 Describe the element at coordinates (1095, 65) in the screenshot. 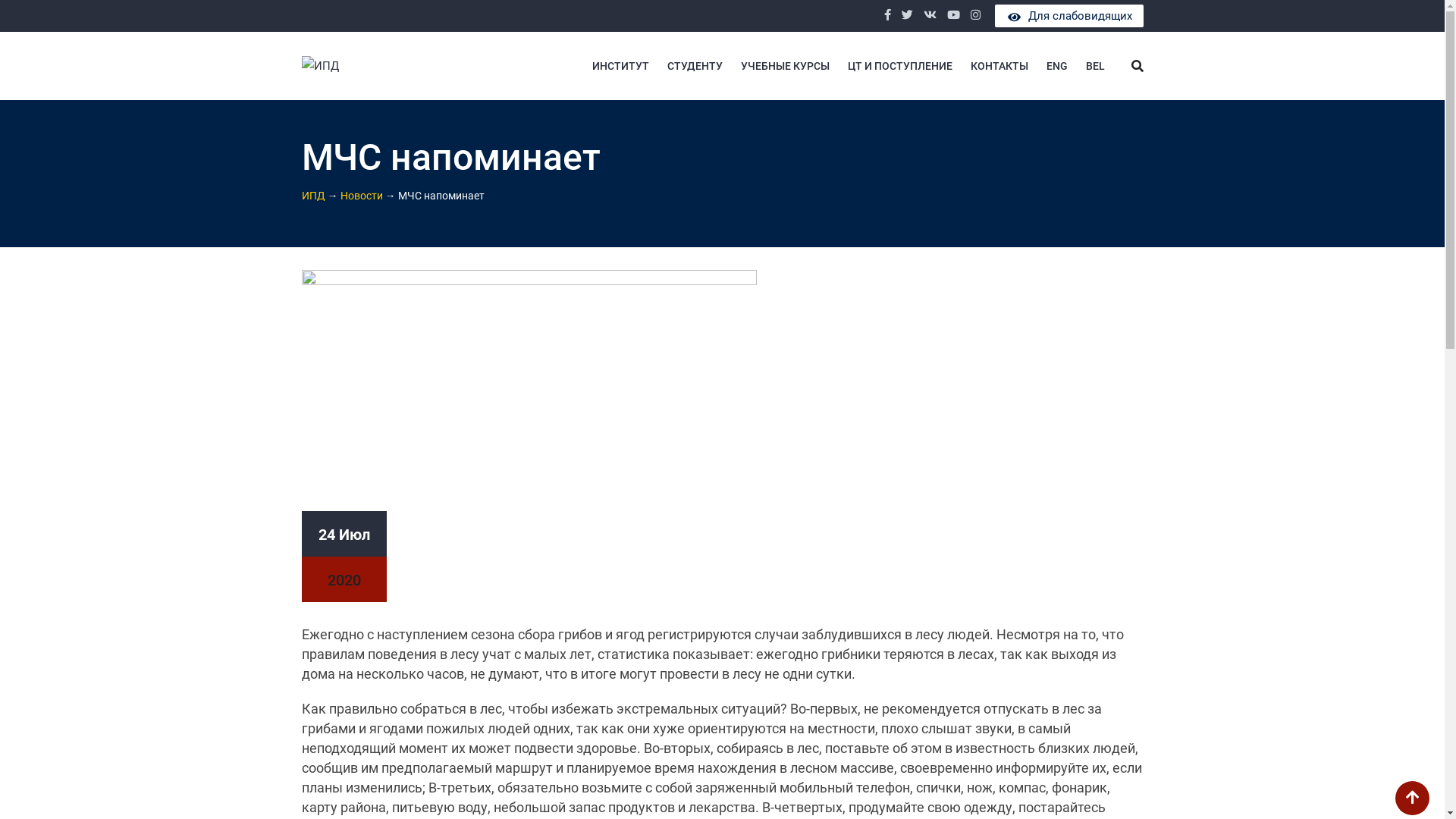

I see `'BEL'` at that location.